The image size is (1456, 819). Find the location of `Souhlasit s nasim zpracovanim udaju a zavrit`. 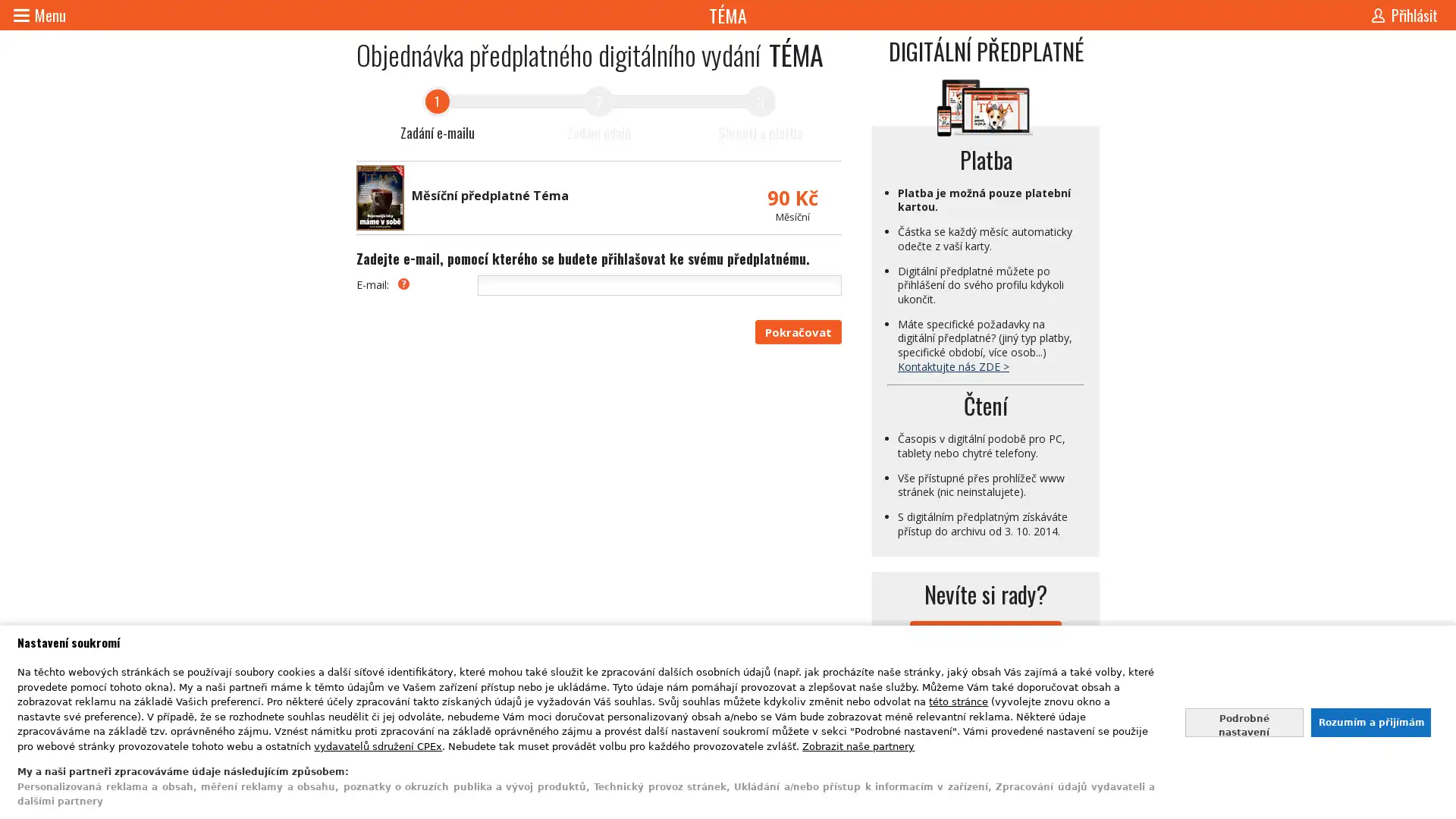

Souhlasit s nasim zpracovanim udaju a zavrit is located at coordinates (1370, 721).